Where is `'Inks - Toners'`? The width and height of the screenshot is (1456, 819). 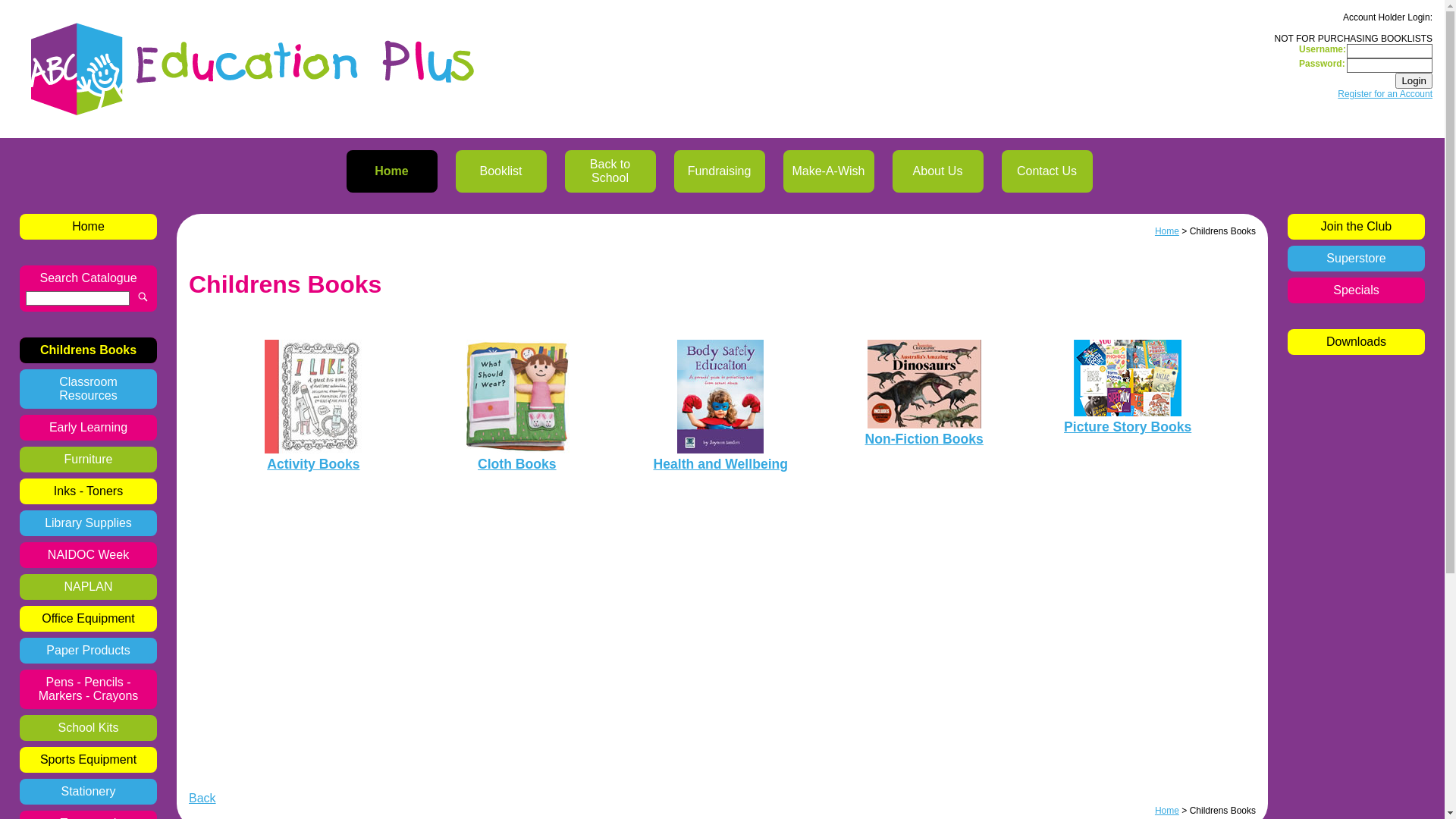 'Inks - Toners' is located at coordinates (87, 491).